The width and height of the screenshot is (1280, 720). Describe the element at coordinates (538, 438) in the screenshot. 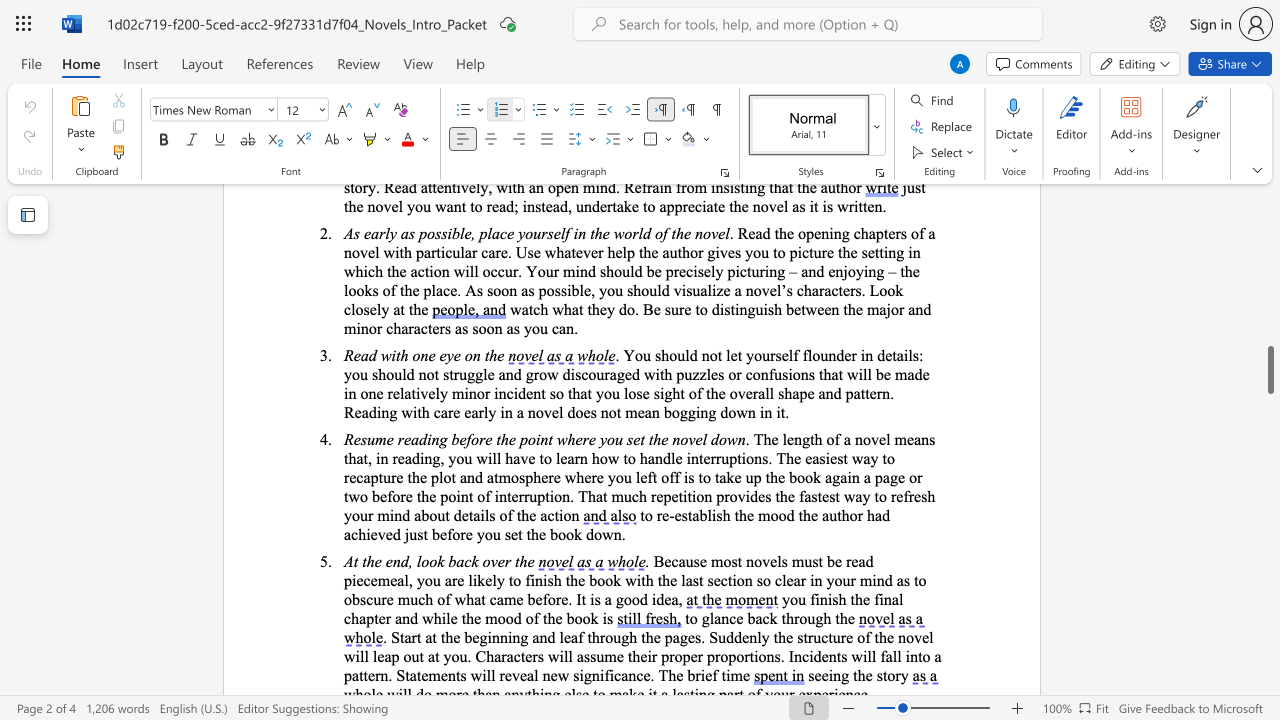

I see `the 2th character "i" in the text` at that location.